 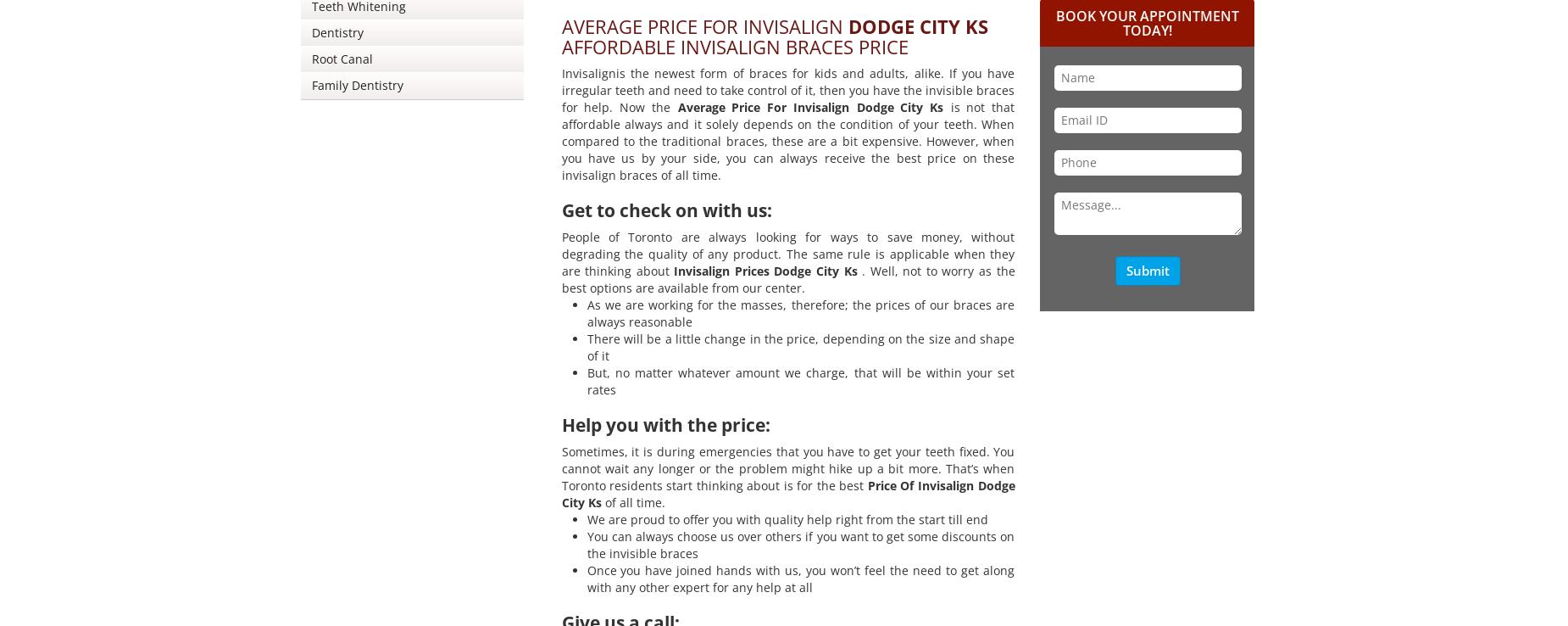 I want to click on 'Price Of Invisalign', so click(x=921, y=485).